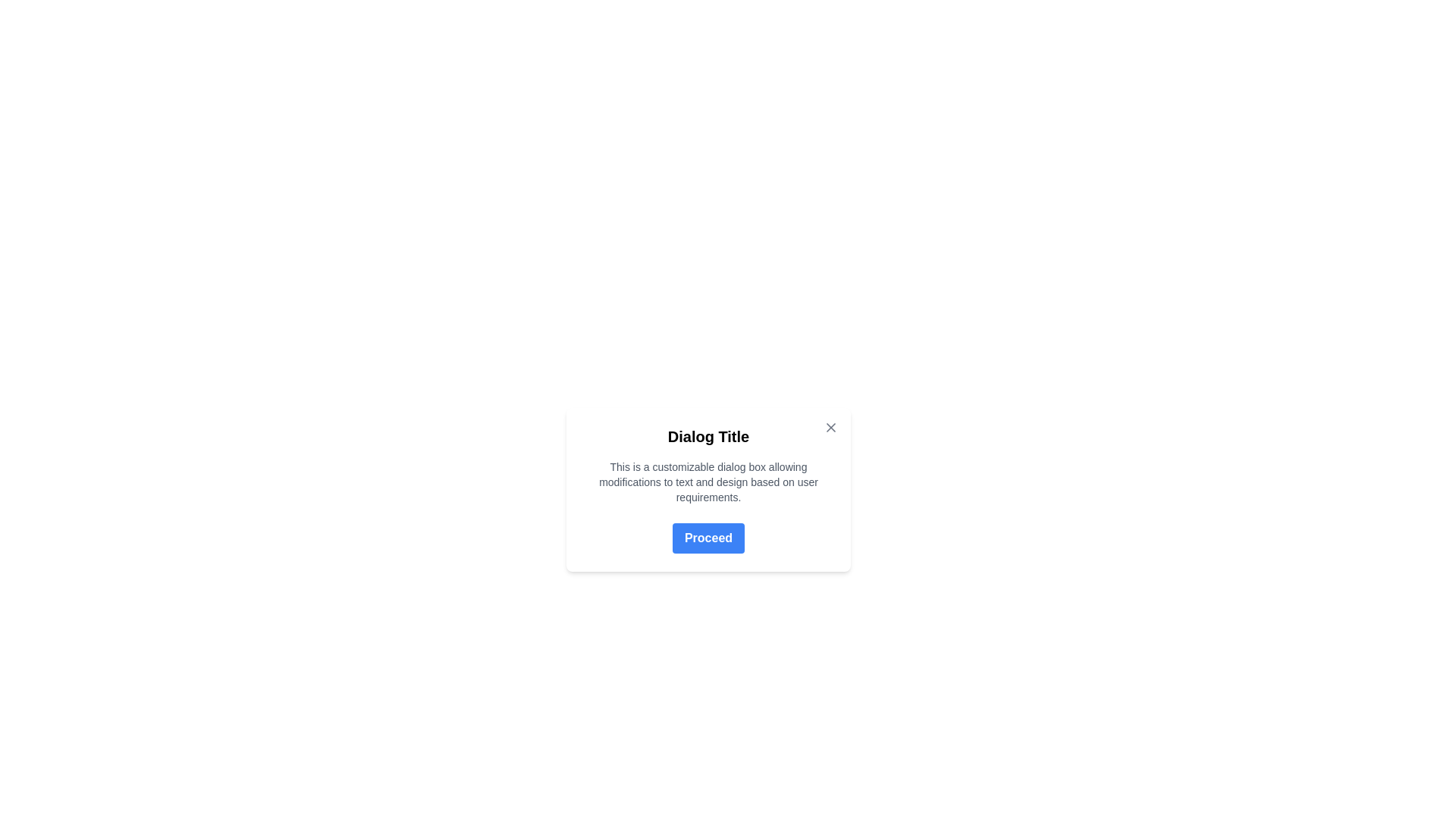 The width and height of the screenshot is (1456, 819). I want to click on the interactive button at the bottom of the dialog box to confirm the action and proceed further, so click(708, 537).